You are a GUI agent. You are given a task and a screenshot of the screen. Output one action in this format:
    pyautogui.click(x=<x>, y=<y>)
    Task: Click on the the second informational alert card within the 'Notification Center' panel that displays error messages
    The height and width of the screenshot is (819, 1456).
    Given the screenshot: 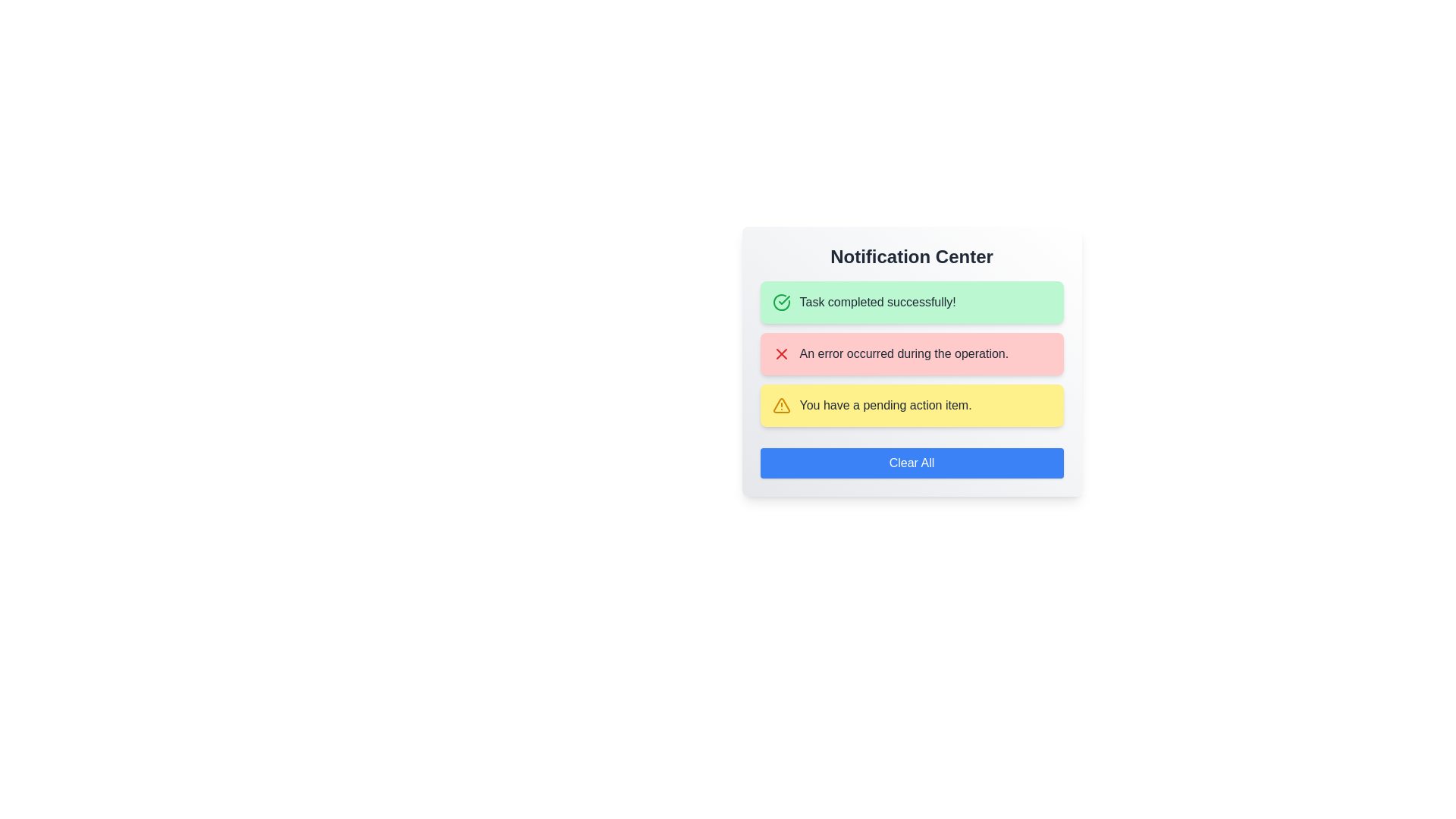 What is the action you would take?
    pyautogui.click(x=911, y=353)
    